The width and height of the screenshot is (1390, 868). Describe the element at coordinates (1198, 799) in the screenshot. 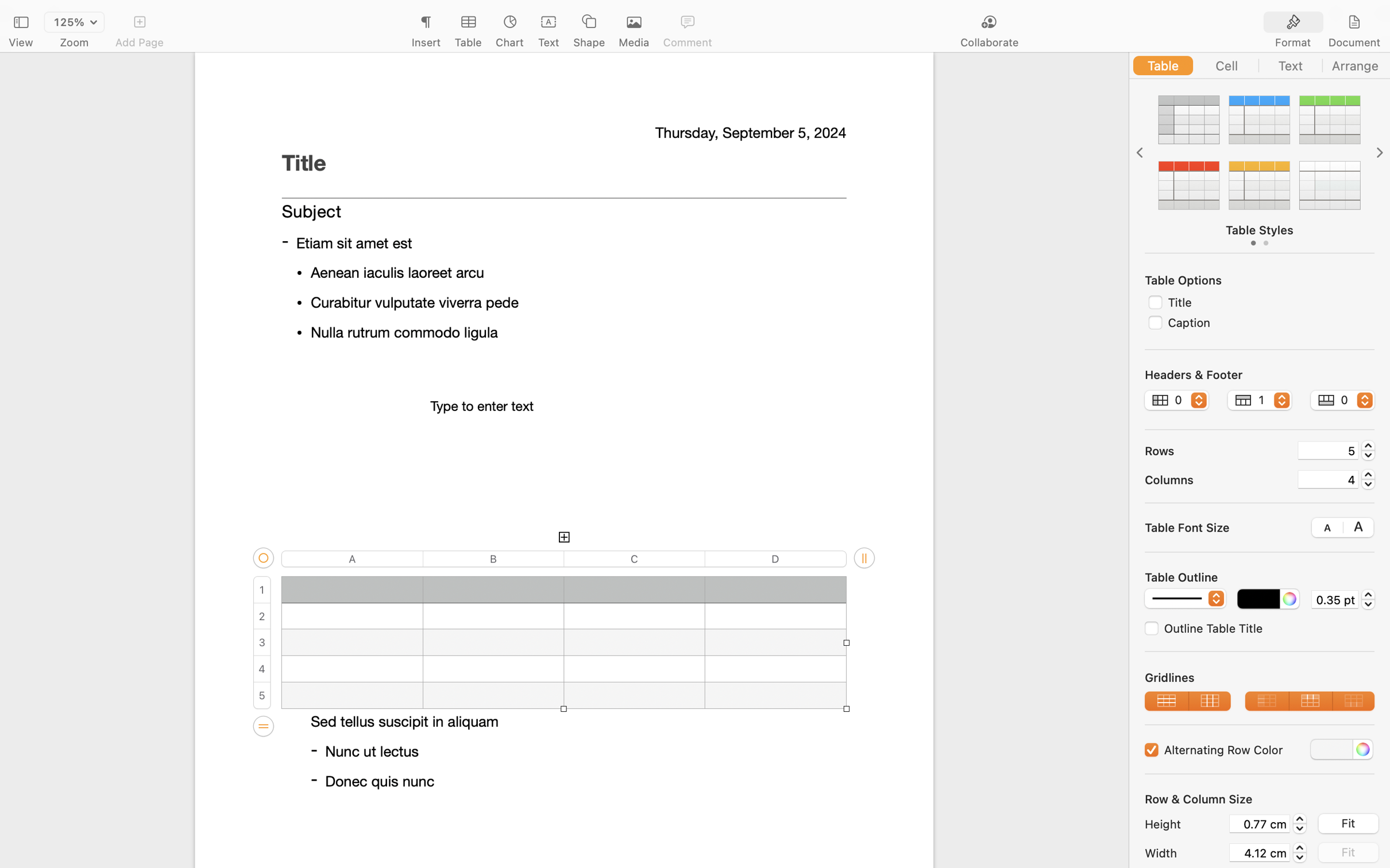

I see `'Row & Column Size'` at that location.